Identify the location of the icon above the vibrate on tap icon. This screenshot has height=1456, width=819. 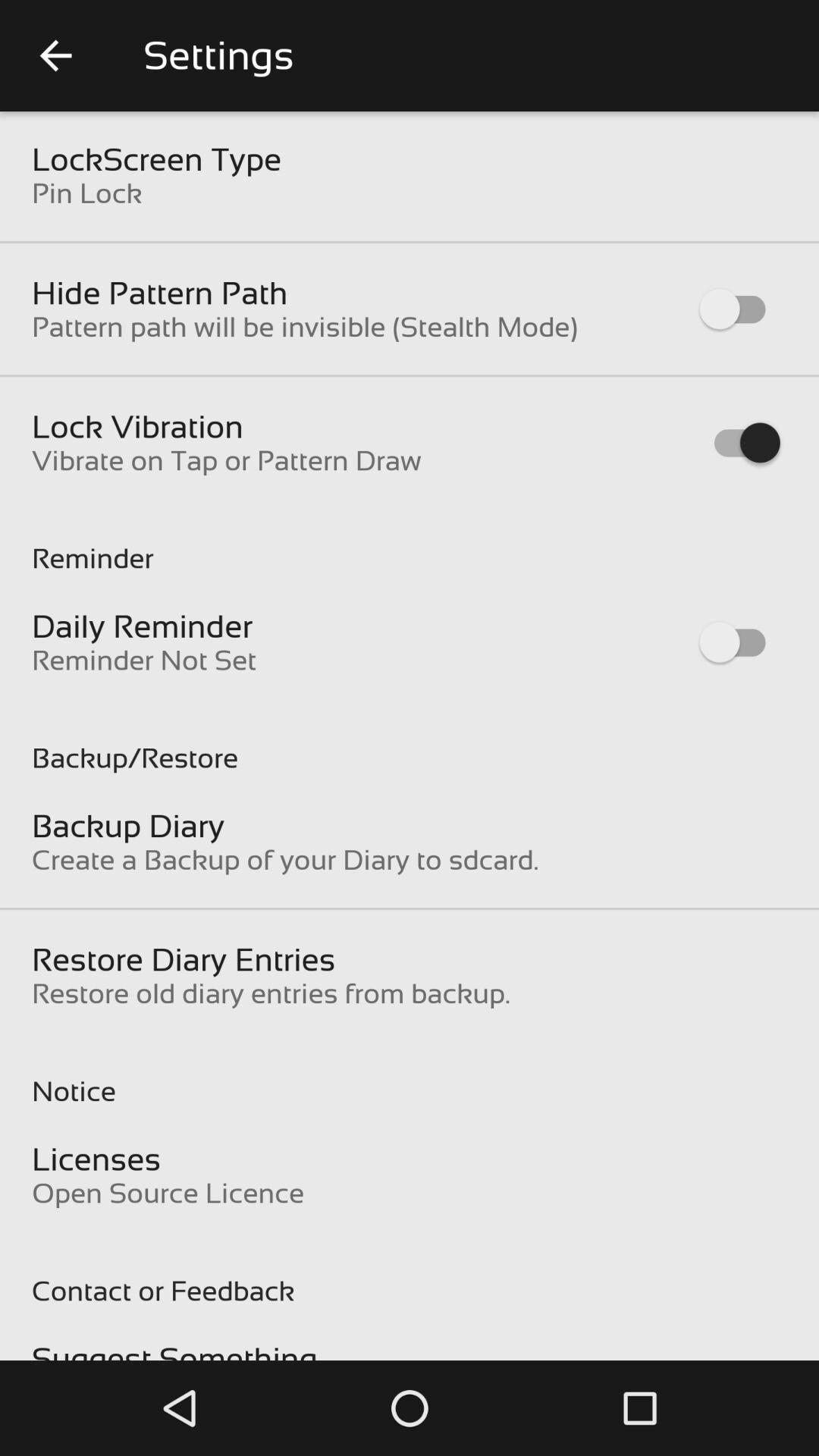
(137, 425).